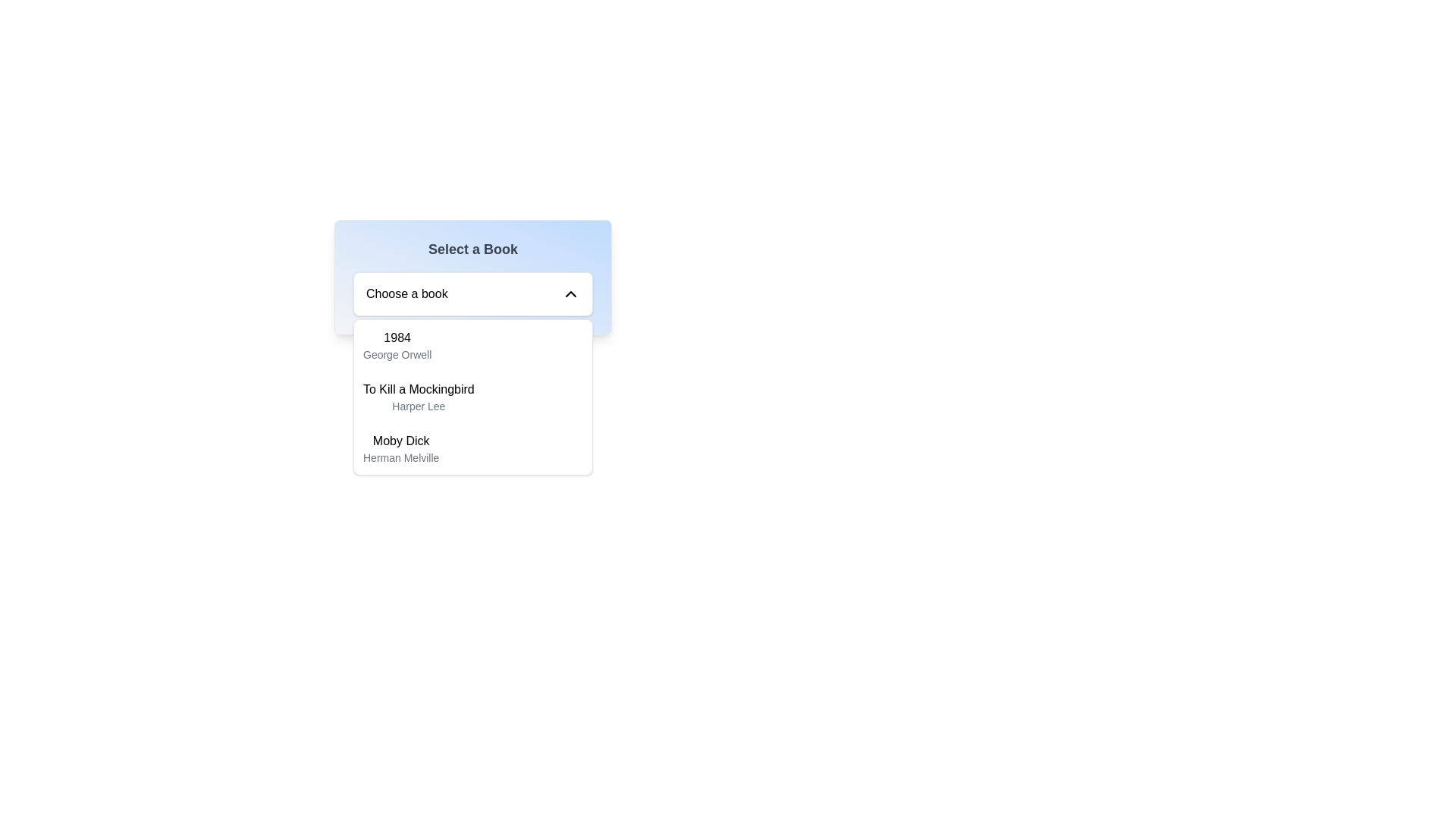  I want to click on the dropdown menu option 'To Kill a Mockingbird' by 'Harper Lee', so click(472, 397).